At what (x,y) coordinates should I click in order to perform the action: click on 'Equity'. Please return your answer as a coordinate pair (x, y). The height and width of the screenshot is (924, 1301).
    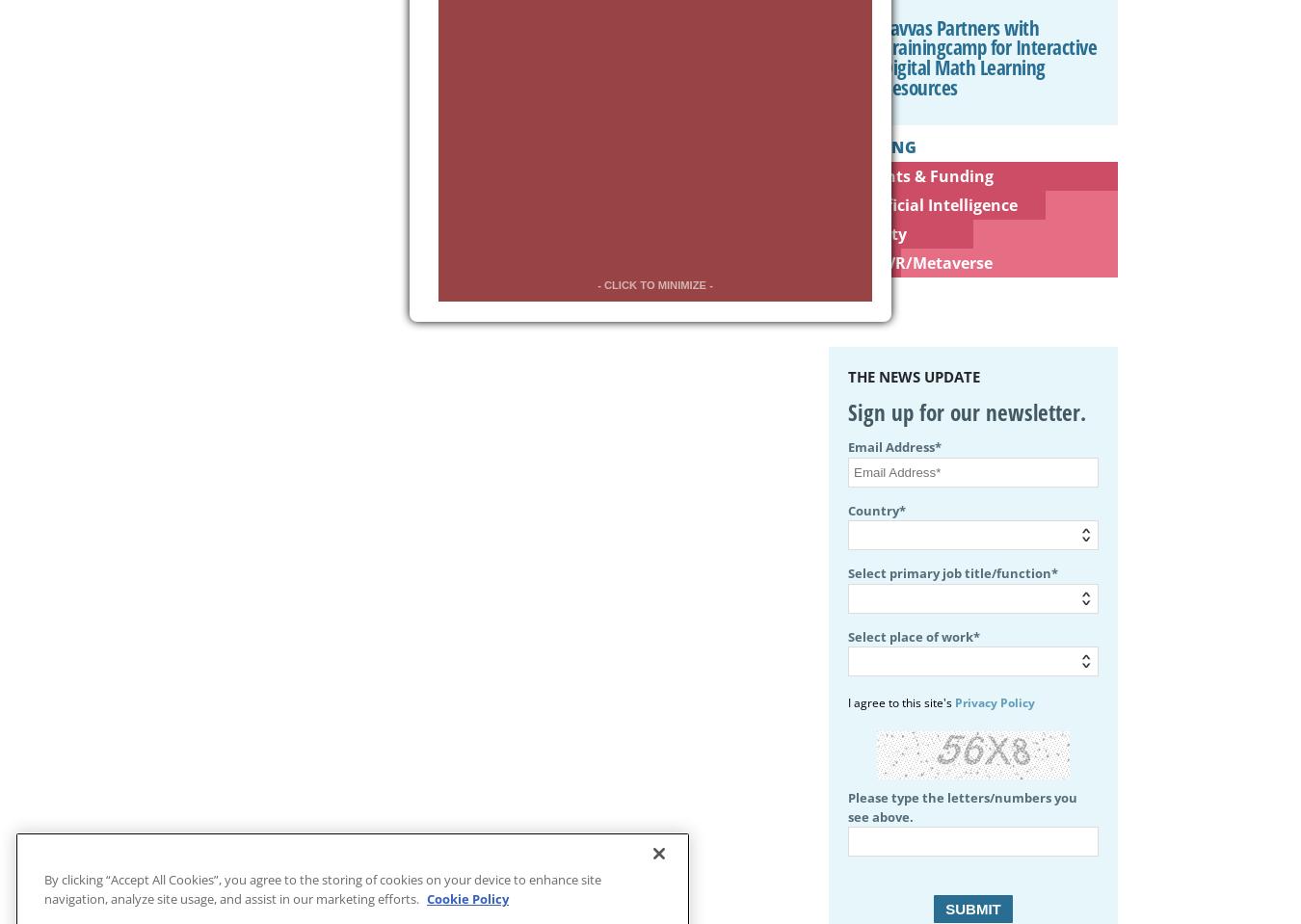
    Looking at the image, I should click on (881, 232).